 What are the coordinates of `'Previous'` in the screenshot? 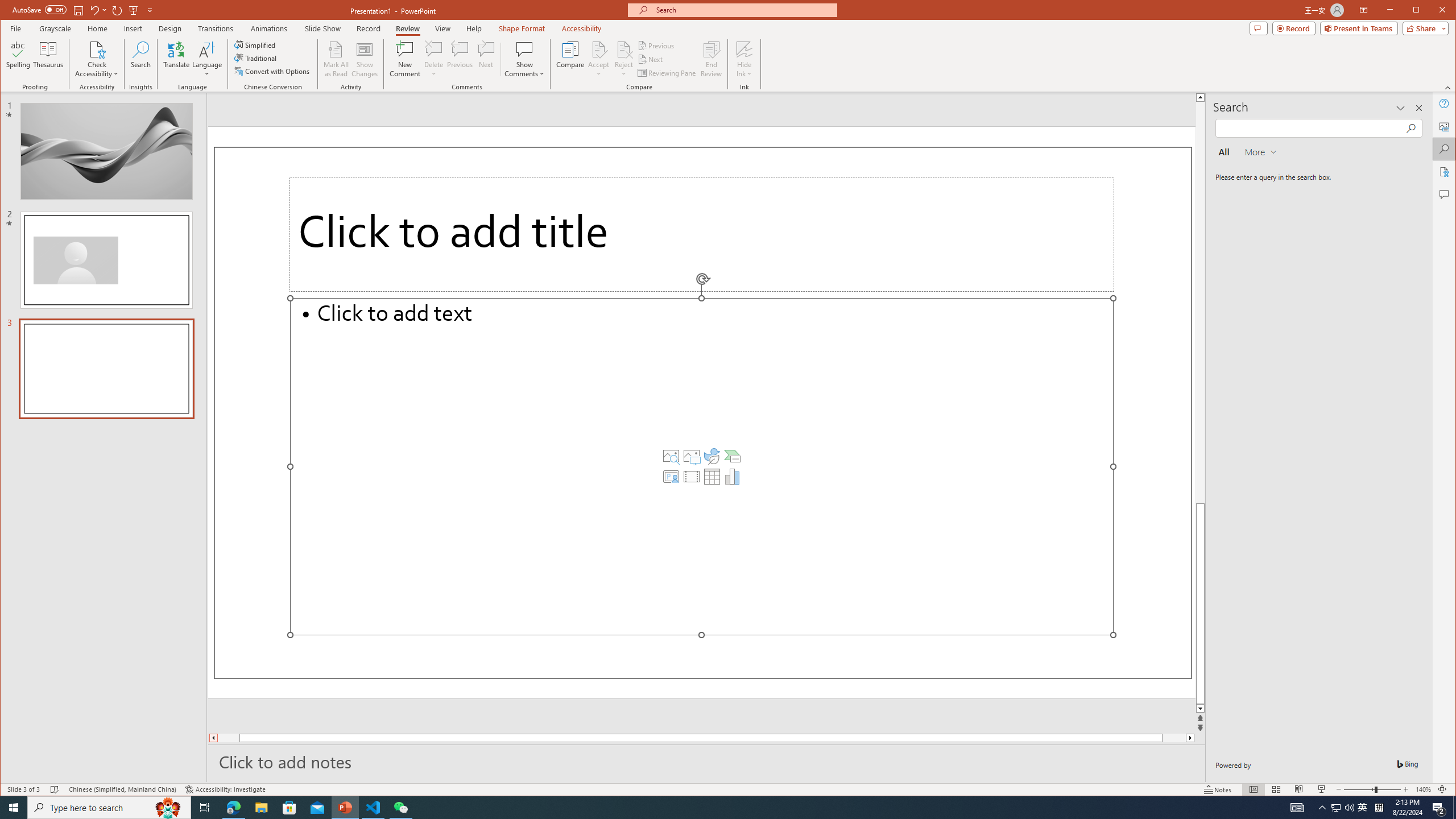 It's located at (656, 45).